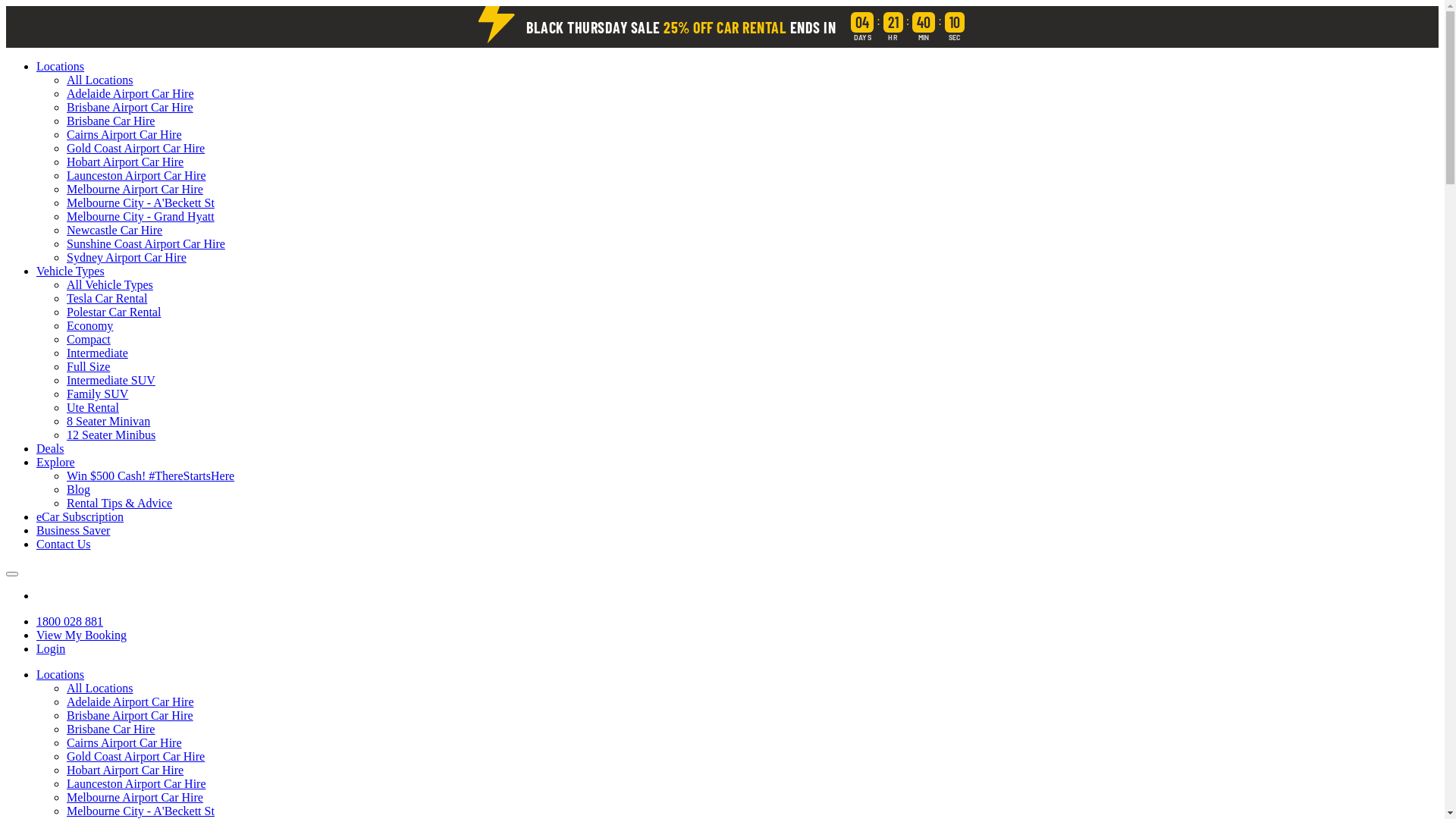 The width and height of the screenshot is (1456, 819). I want to click on 'Polestar Car Rental', so click(112, 311).